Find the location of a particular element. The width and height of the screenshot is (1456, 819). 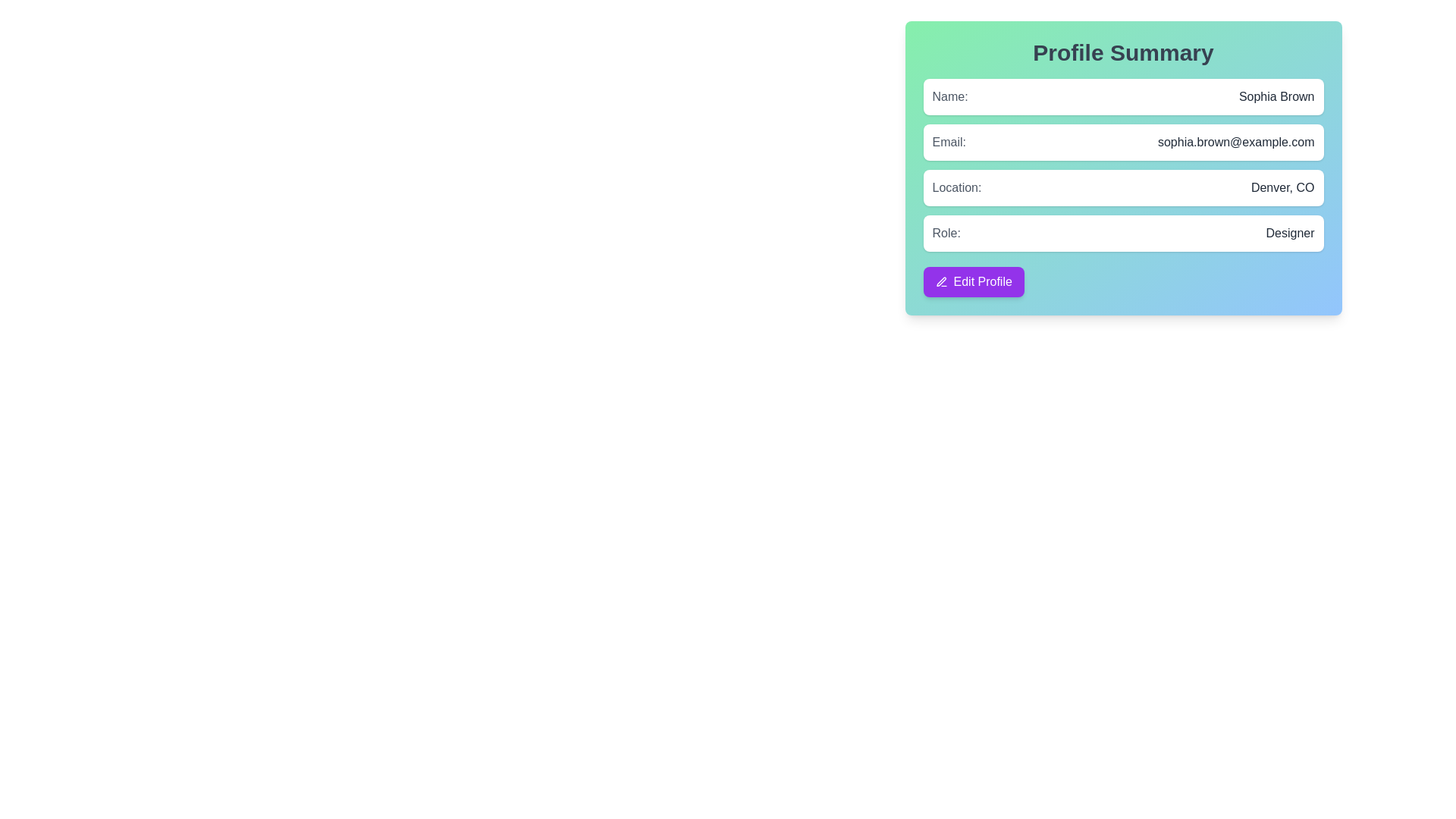

the 'Edit Profile' button, which is a prominent purple rectangular button with rounded corners, featuring a left-aligned pen icon and white text, located at the bottom of the 'Profile Summary' box is located at coordinates (974, 281).